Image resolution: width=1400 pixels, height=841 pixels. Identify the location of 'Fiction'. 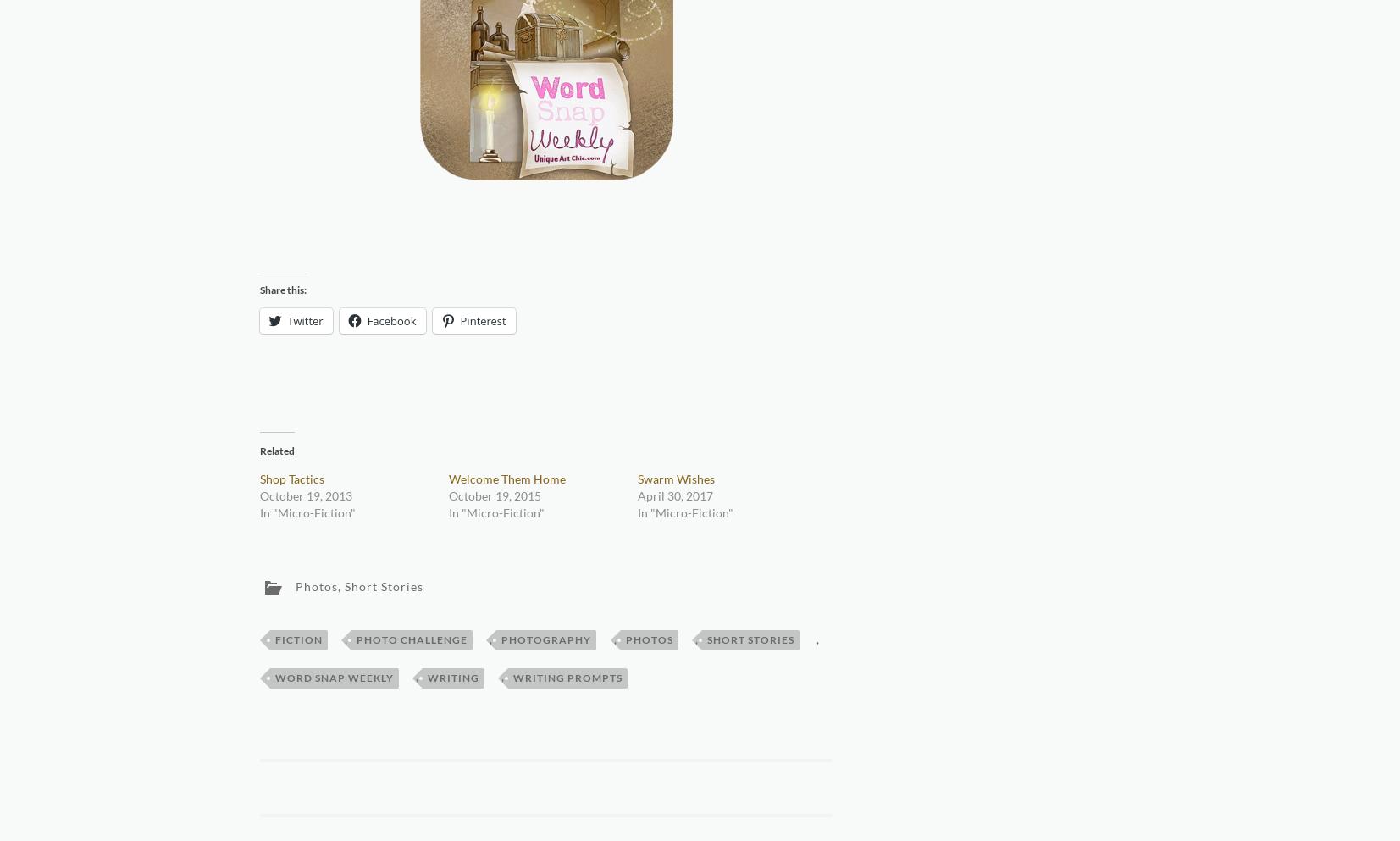
(296, 639).